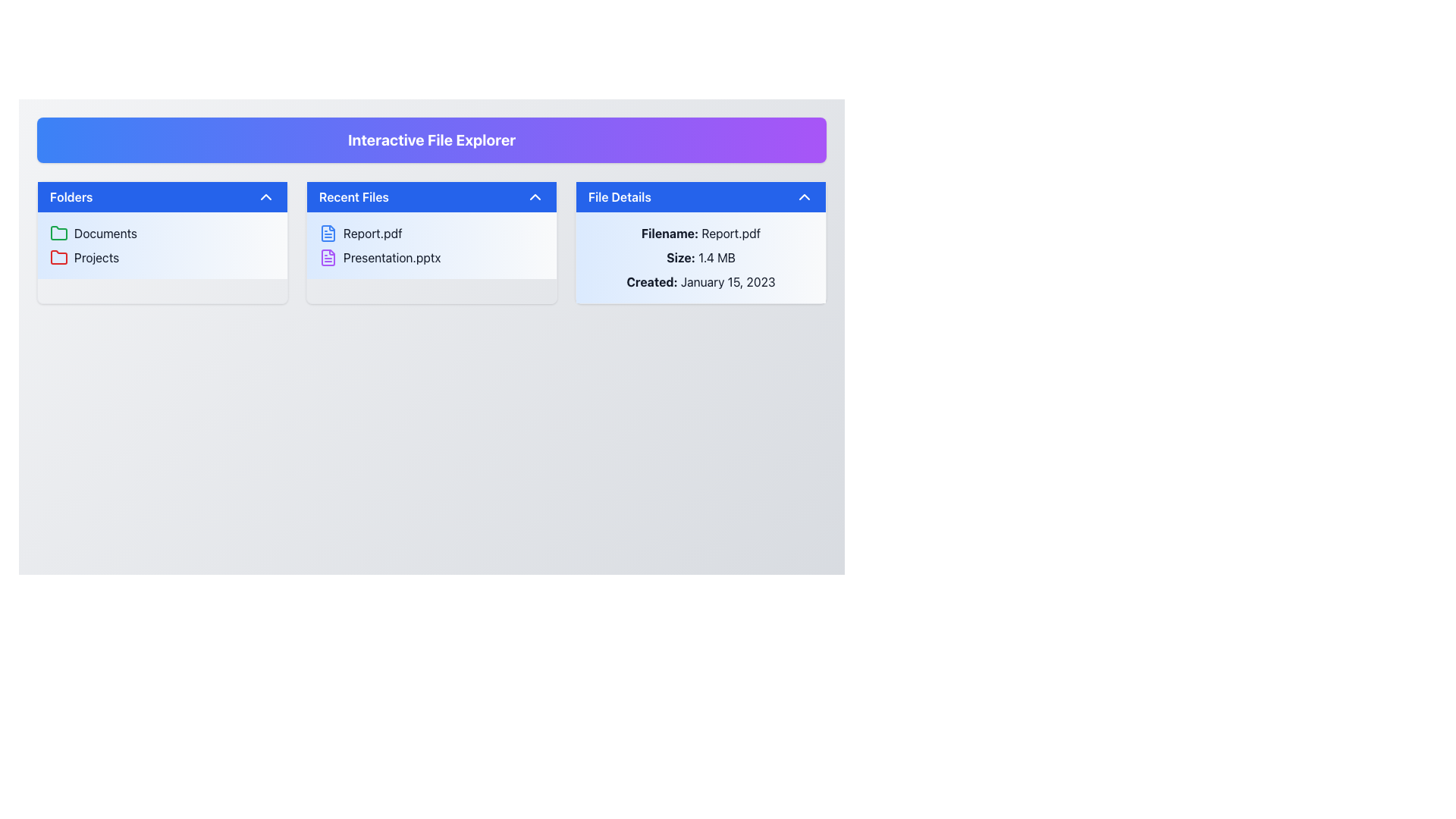 This screenshot has width=1456, height=819. Describe the element at coordinates (700, 281) in the screenshot. I see `the text display that shows 'Created: January 15, 2023' in the 'File Details' section, positioned below 'Size: 1.4 MB'` at that location.